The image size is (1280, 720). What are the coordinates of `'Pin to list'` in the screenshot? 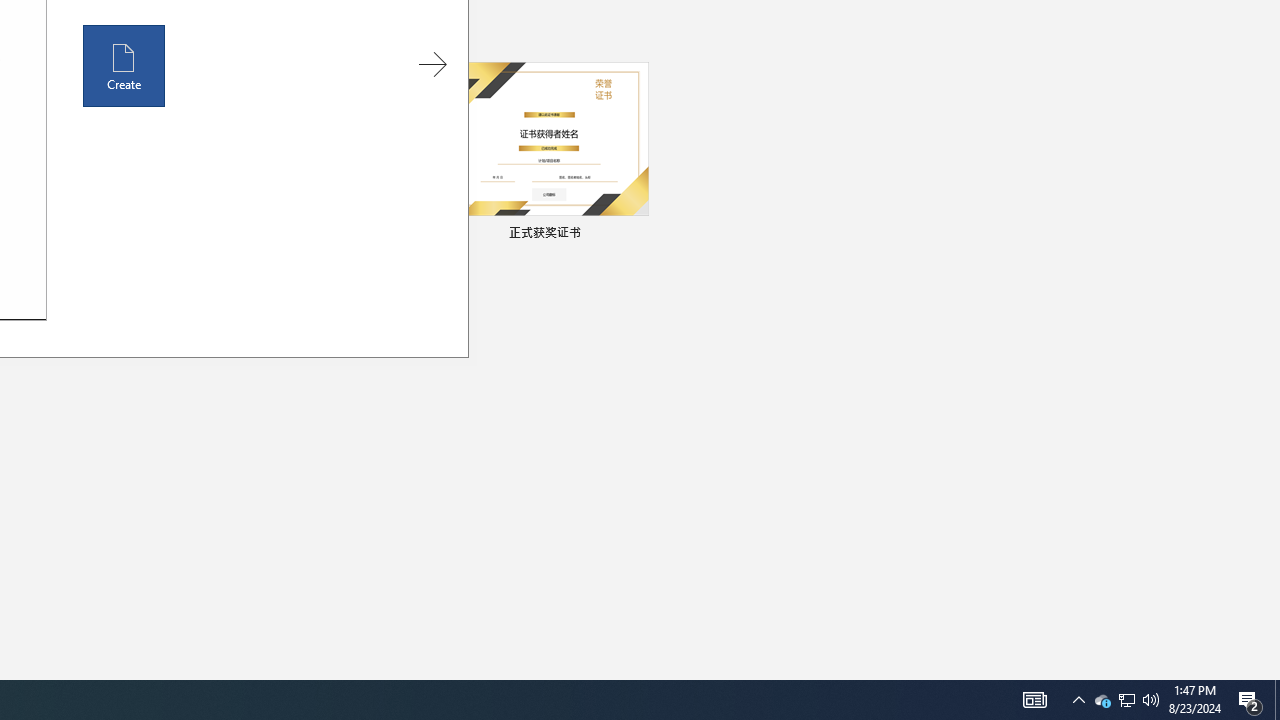 It's located at (635, 234).